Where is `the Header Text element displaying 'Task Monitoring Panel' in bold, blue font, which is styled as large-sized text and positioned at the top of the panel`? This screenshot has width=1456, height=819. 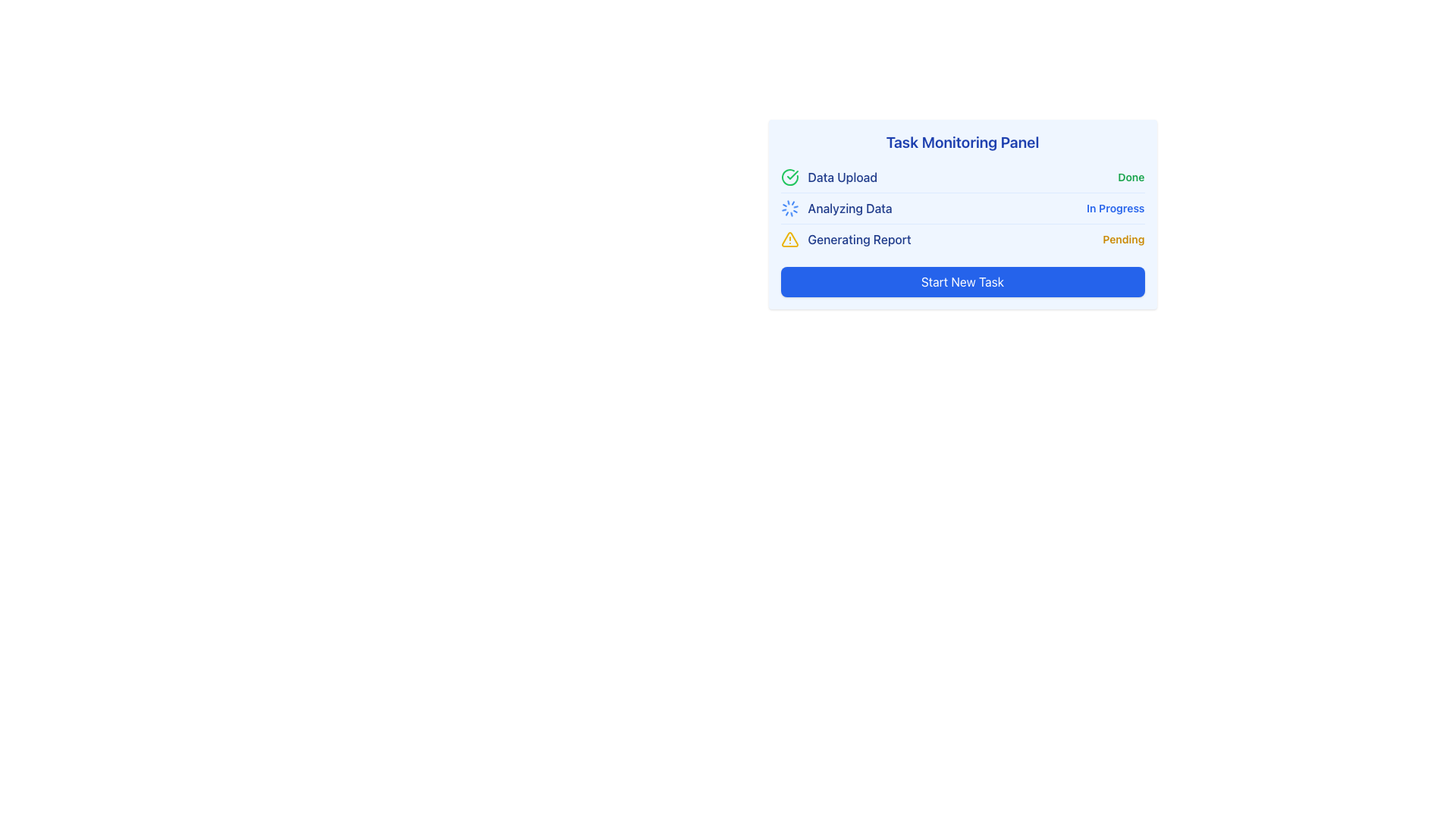 the Header Text element displaying 'Task Monitoring Panel' in bold, blue font, which is styled as large-sized text and positioned at the top of the panel is located at coordinates (962, 143).